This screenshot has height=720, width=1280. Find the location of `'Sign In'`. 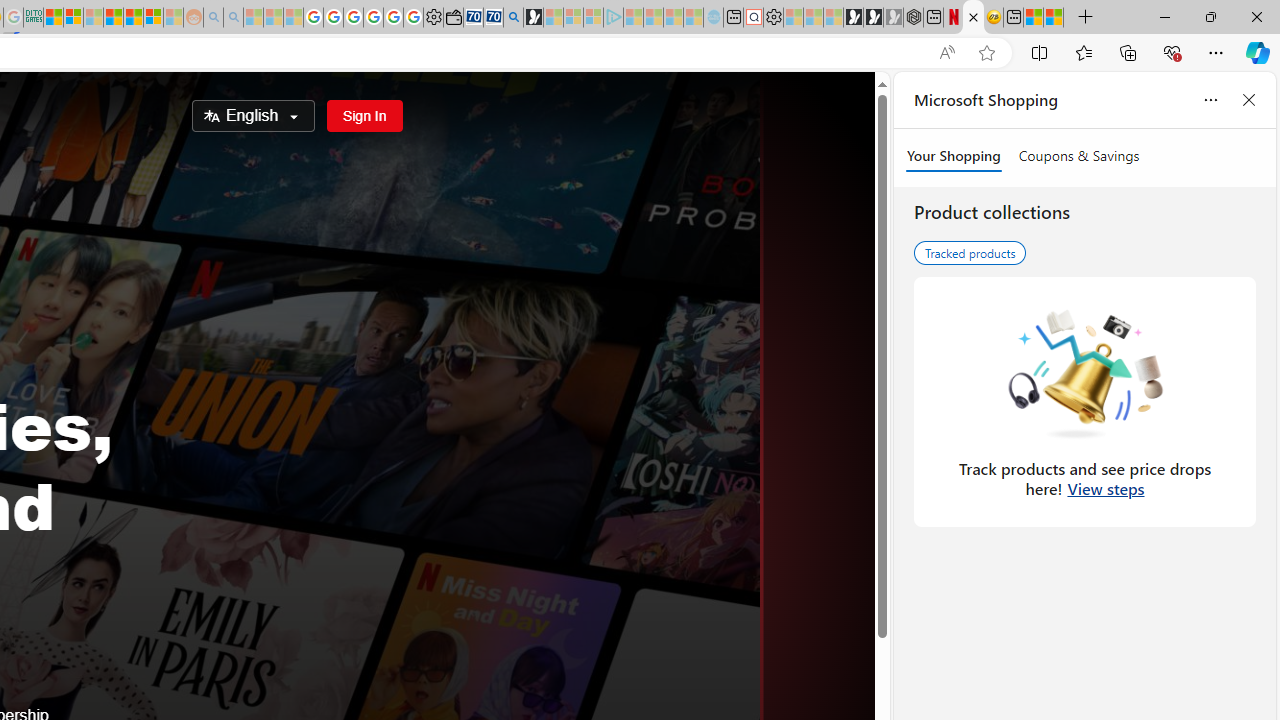

'Sign In' is located at coordinates (364, 115).